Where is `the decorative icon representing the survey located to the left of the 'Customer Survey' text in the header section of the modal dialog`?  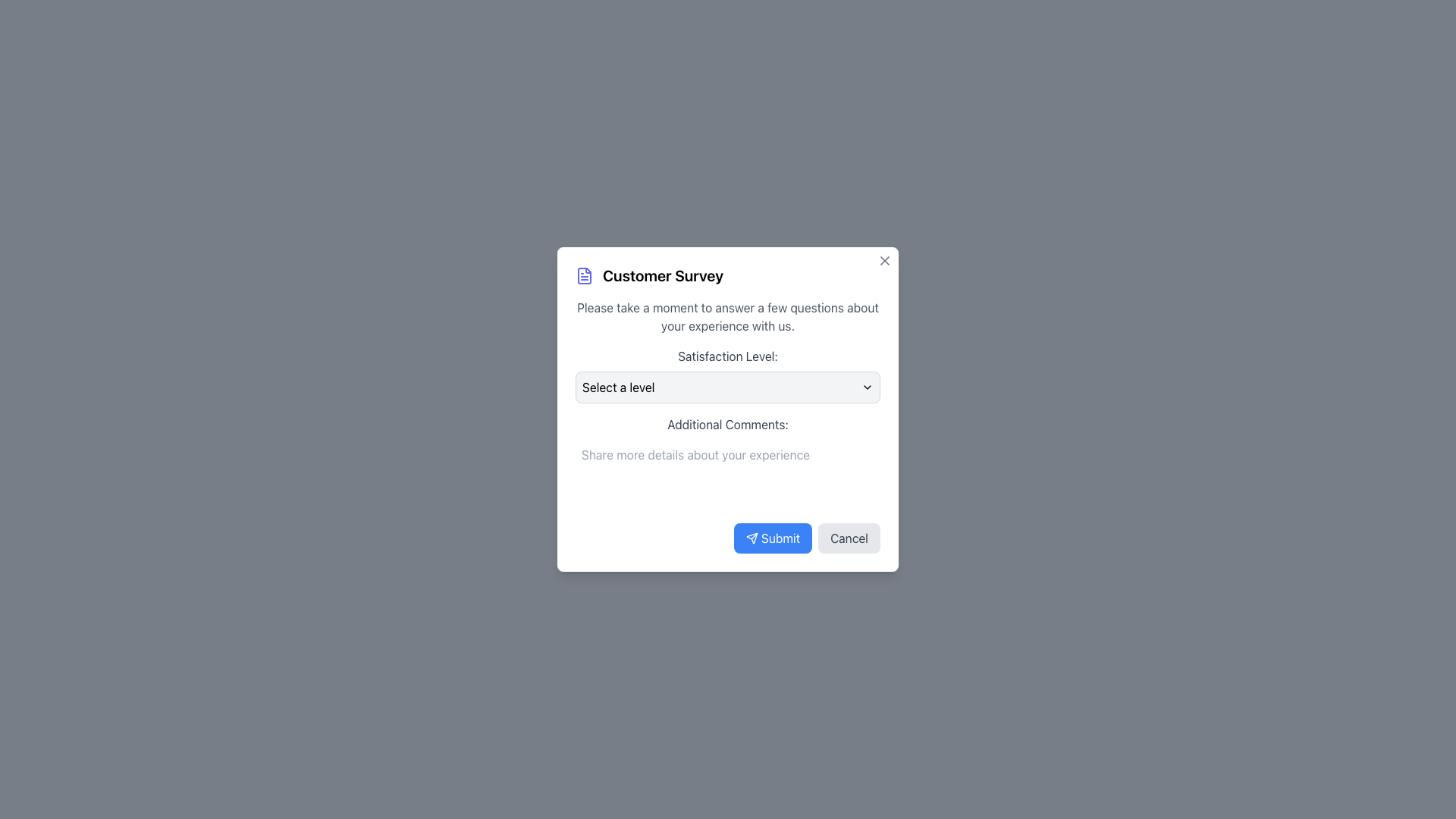
the decorative icon representing the survey located to the left of the 'Customer Survey' text in the header section of the modal dialog is located at coordinates (584, 275).